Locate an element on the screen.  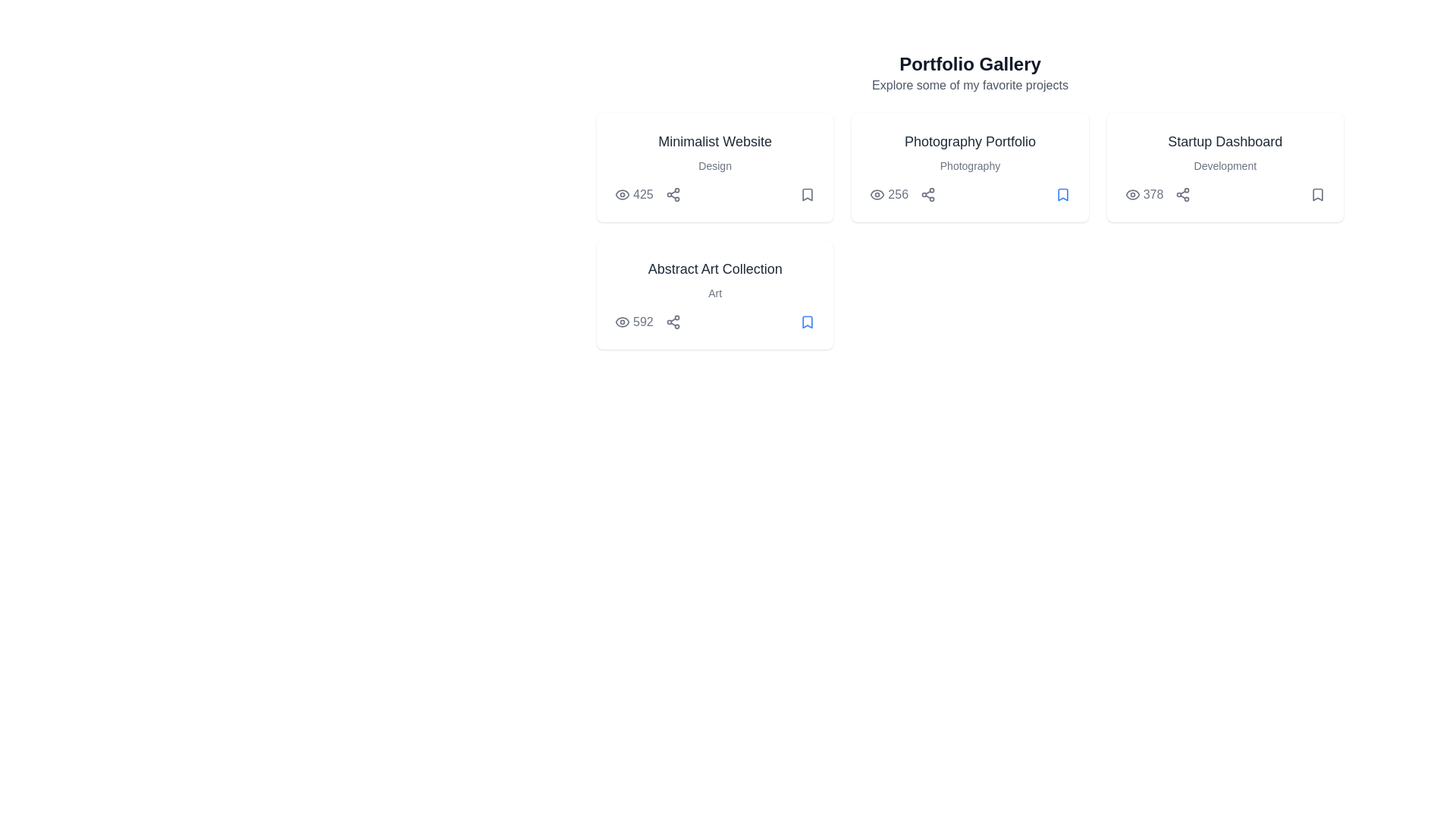
the static text element displaying the view count '425', which is styled in grey sans-serif font and positioned immediately to the right of an eye icon under the 'Minimalist Website' card is located at coordinates (648, 194).